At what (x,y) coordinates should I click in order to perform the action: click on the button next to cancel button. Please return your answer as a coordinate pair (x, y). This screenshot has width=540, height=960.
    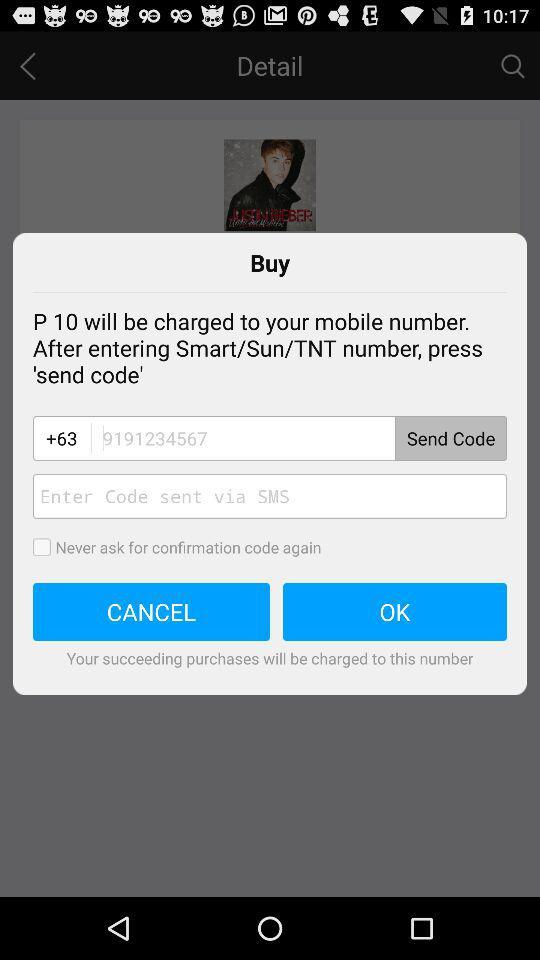
    Looking at the image, I should click on (395, 611).